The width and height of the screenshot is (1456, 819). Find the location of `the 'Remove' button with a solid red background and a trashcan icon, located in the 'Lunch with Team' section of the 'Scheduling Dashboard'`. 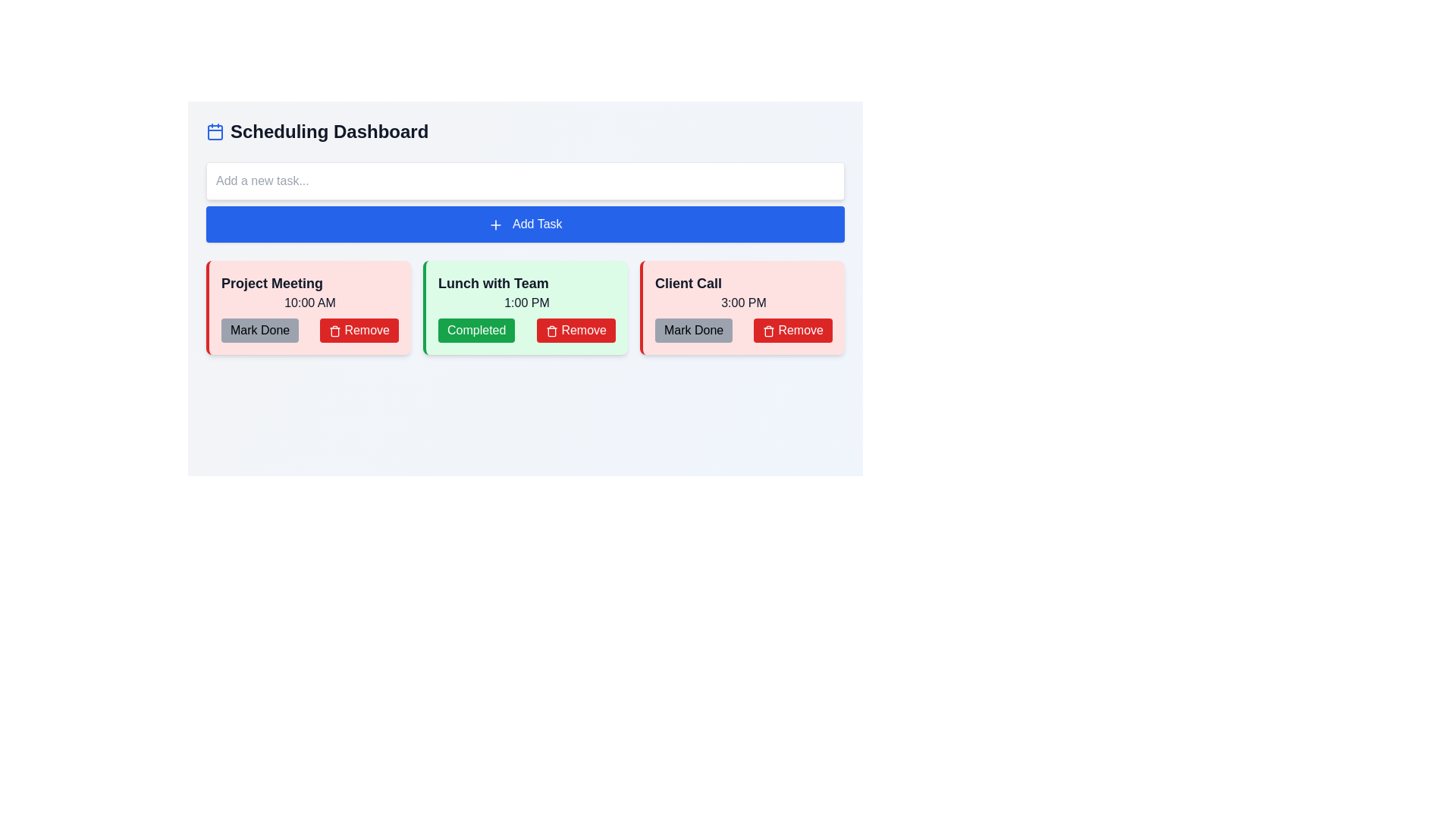

the 'Remove' button with a solid red background and a trashcan icon, located in the 'Lunch with Team' section of the 'Scheduling Dashboard' is located at coordinates (359, 329).